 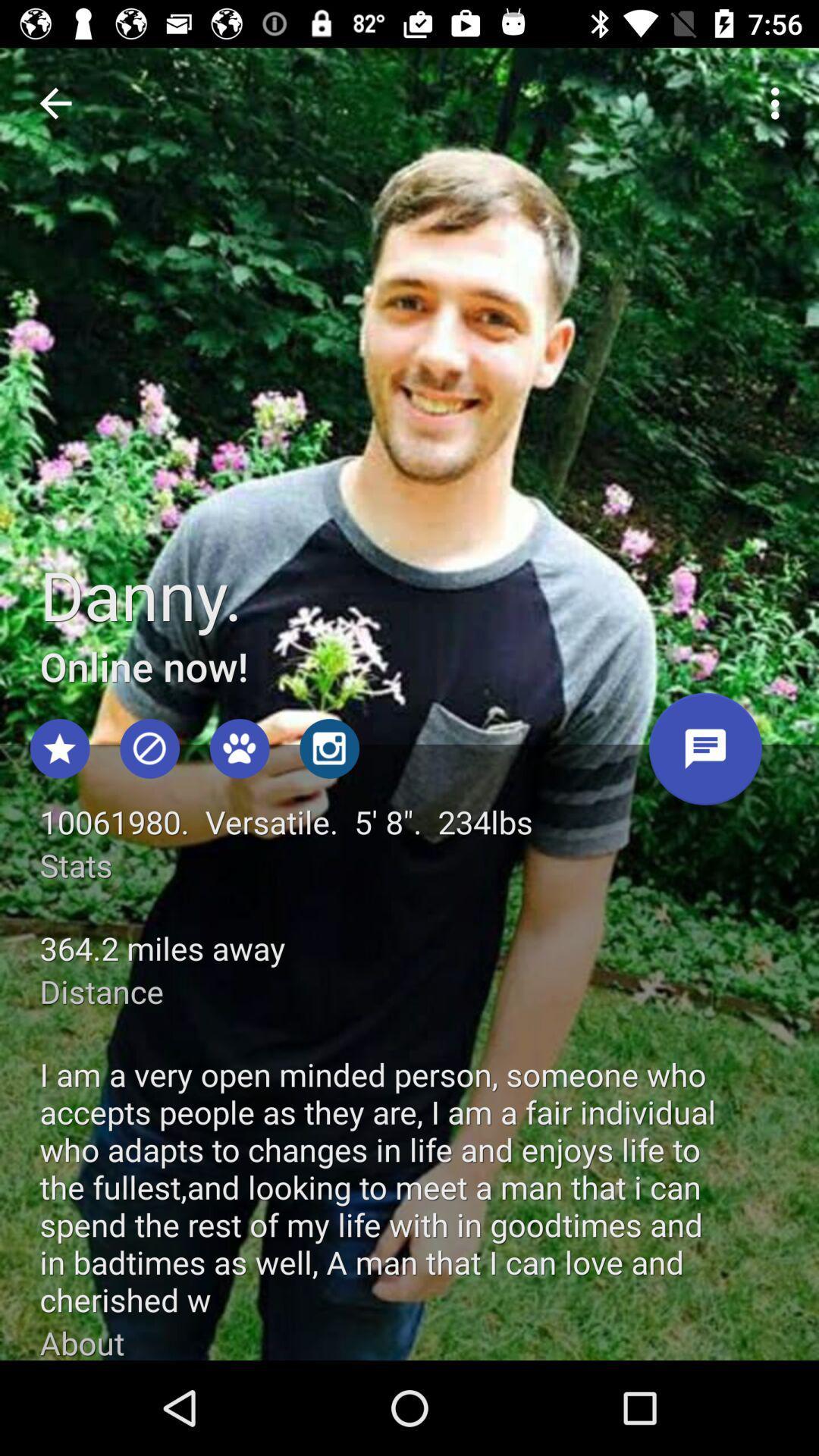 I want to click on send message, so click(x=705, y=755).